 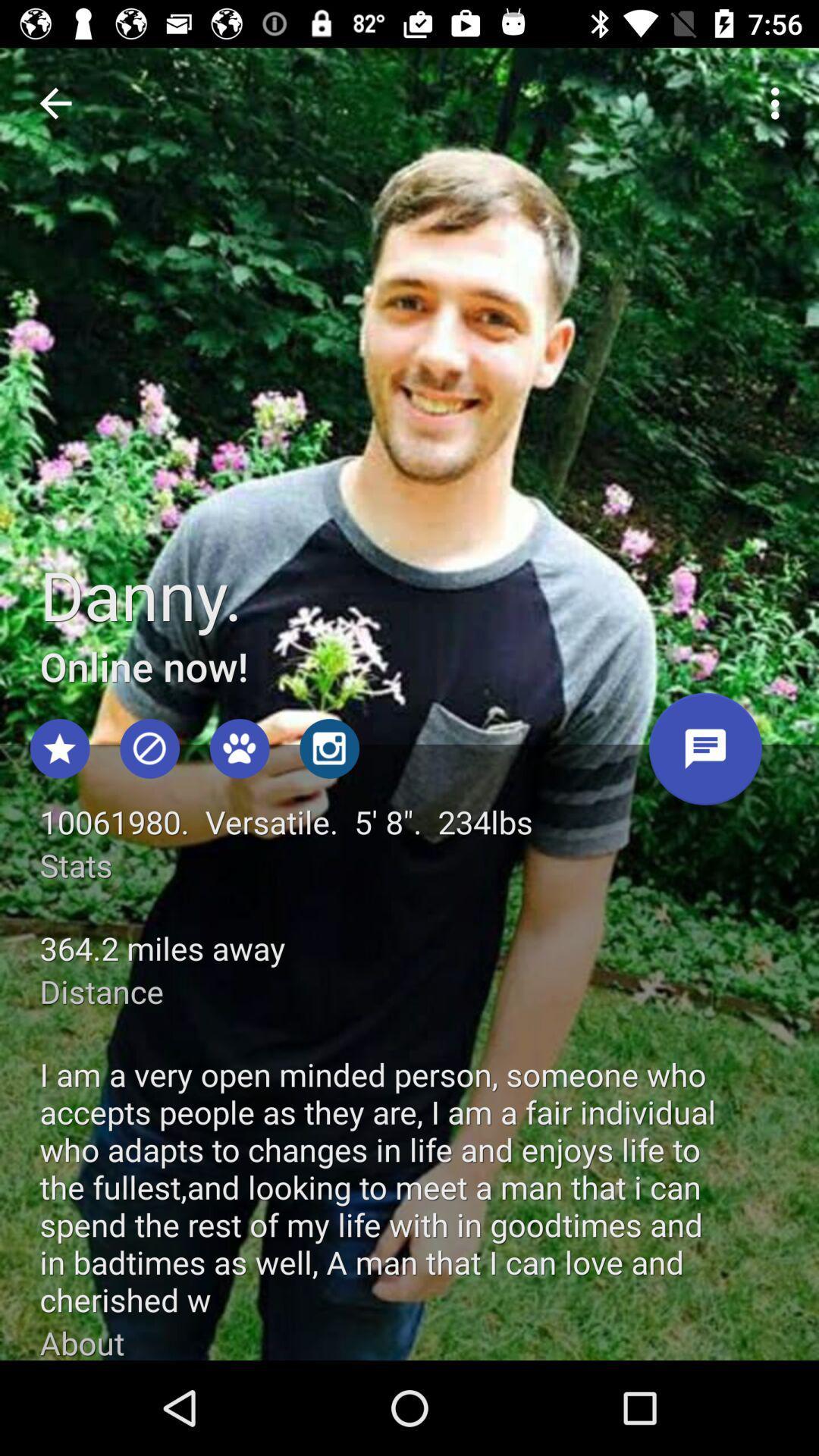 I want to click on send message, so click(x=705, y=755).